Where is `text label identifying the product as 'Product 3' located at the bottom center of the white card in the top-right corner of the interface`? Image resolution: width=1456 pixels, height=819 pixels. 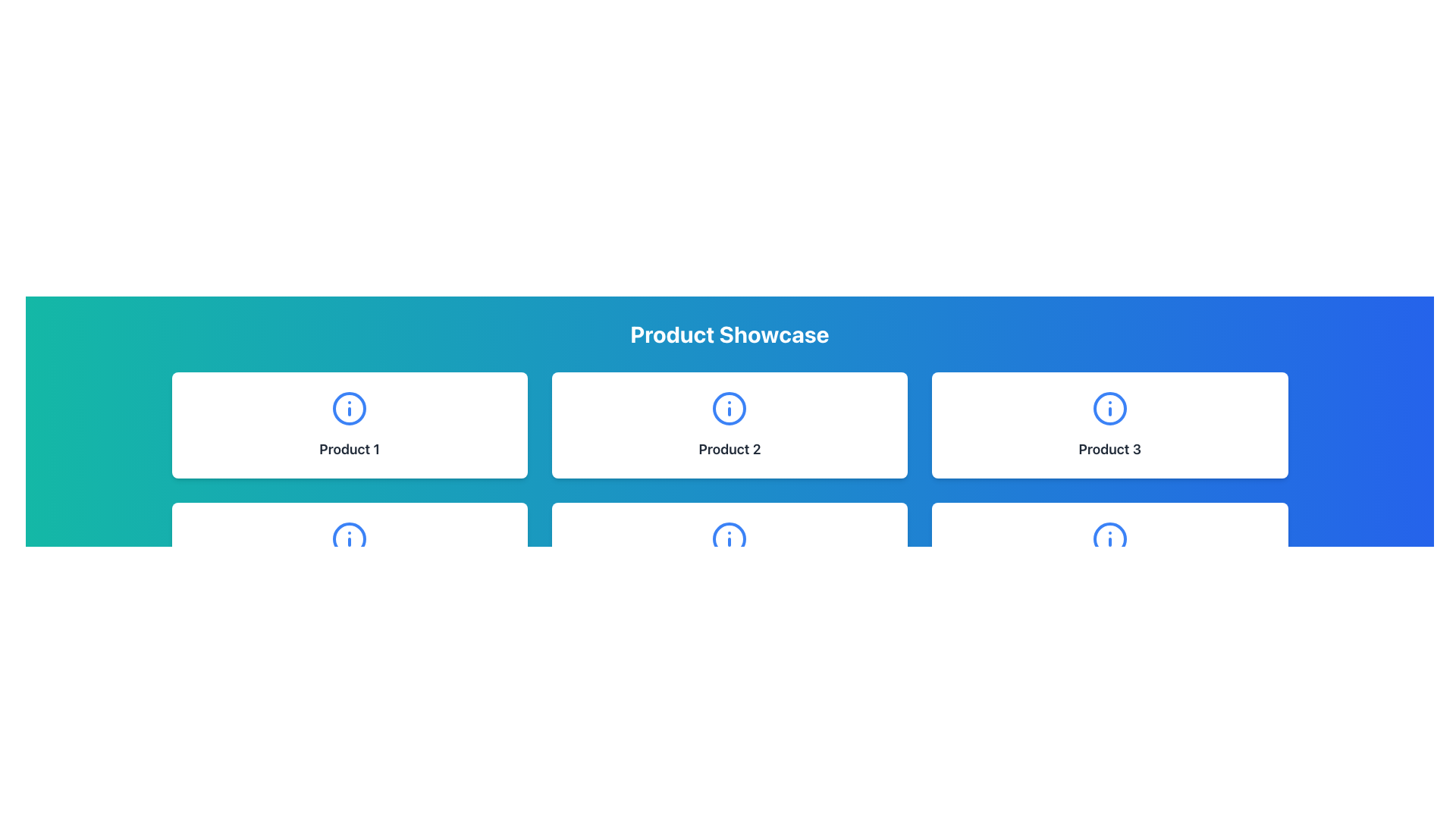 text label identifying the product as 'Product 3' located at the bottom center of the white card in the top-right corner of the interface is located at coordinates (1109, 449).